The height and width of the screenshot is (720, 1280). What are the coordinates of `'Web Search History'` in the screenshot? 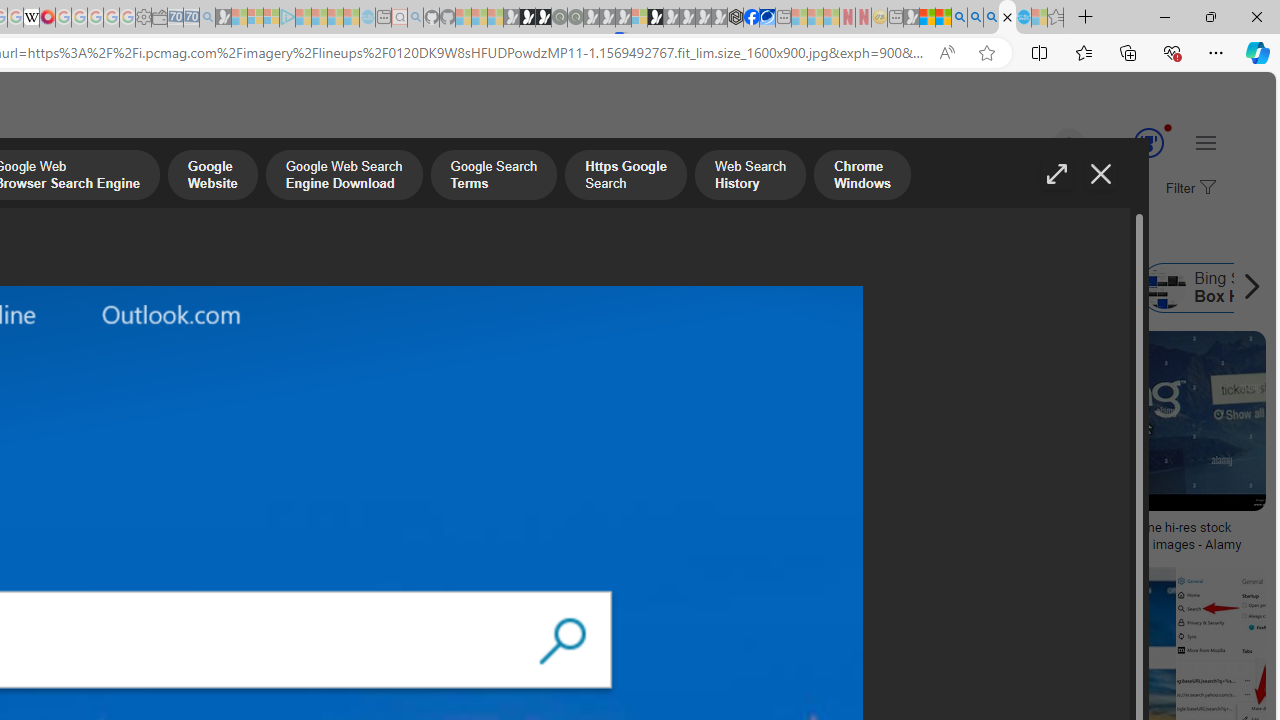 It's located at (749, 176).